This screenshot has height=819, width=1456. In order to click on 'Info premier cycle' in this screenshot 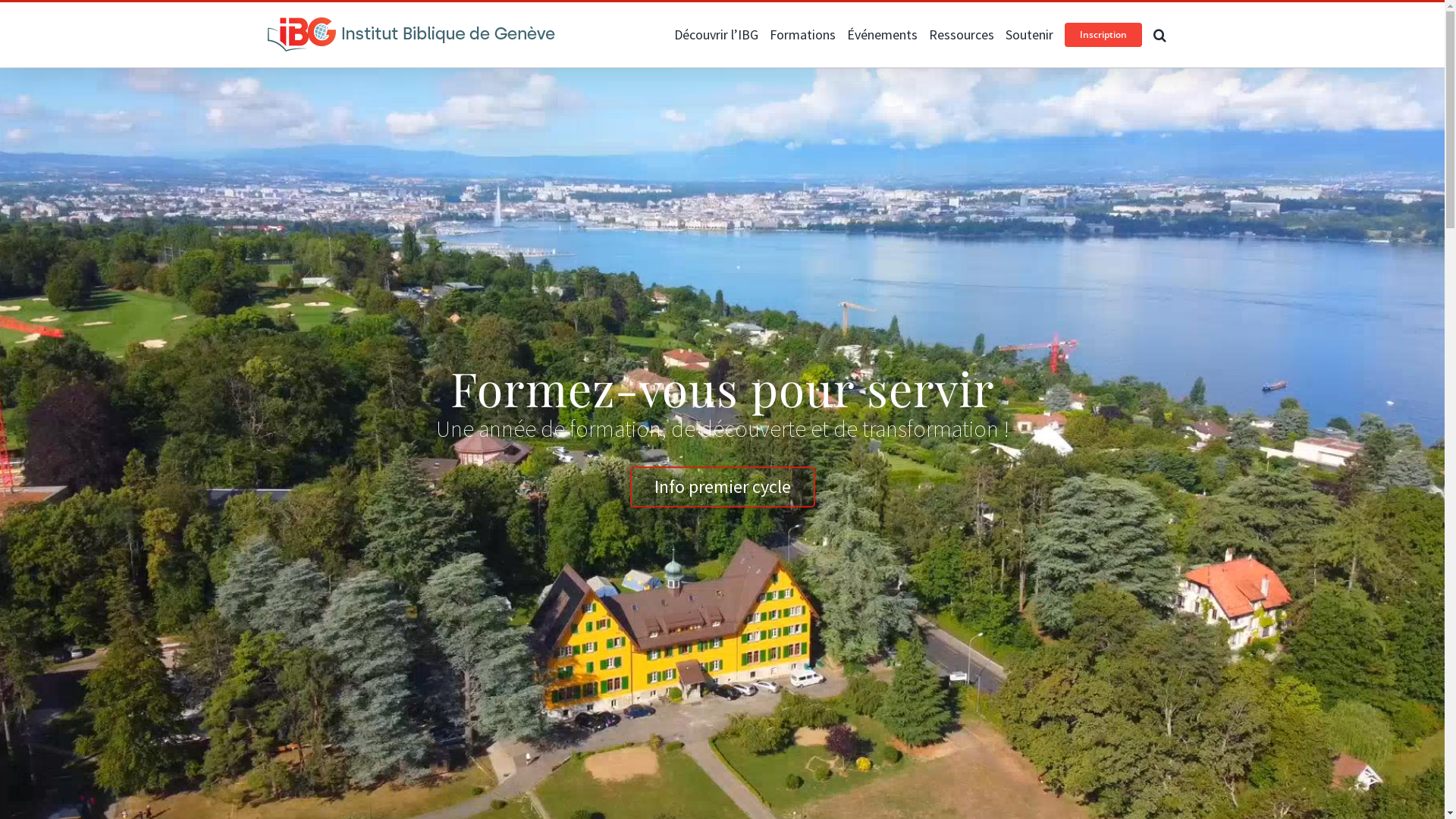, I will do `click(720, 486)`.